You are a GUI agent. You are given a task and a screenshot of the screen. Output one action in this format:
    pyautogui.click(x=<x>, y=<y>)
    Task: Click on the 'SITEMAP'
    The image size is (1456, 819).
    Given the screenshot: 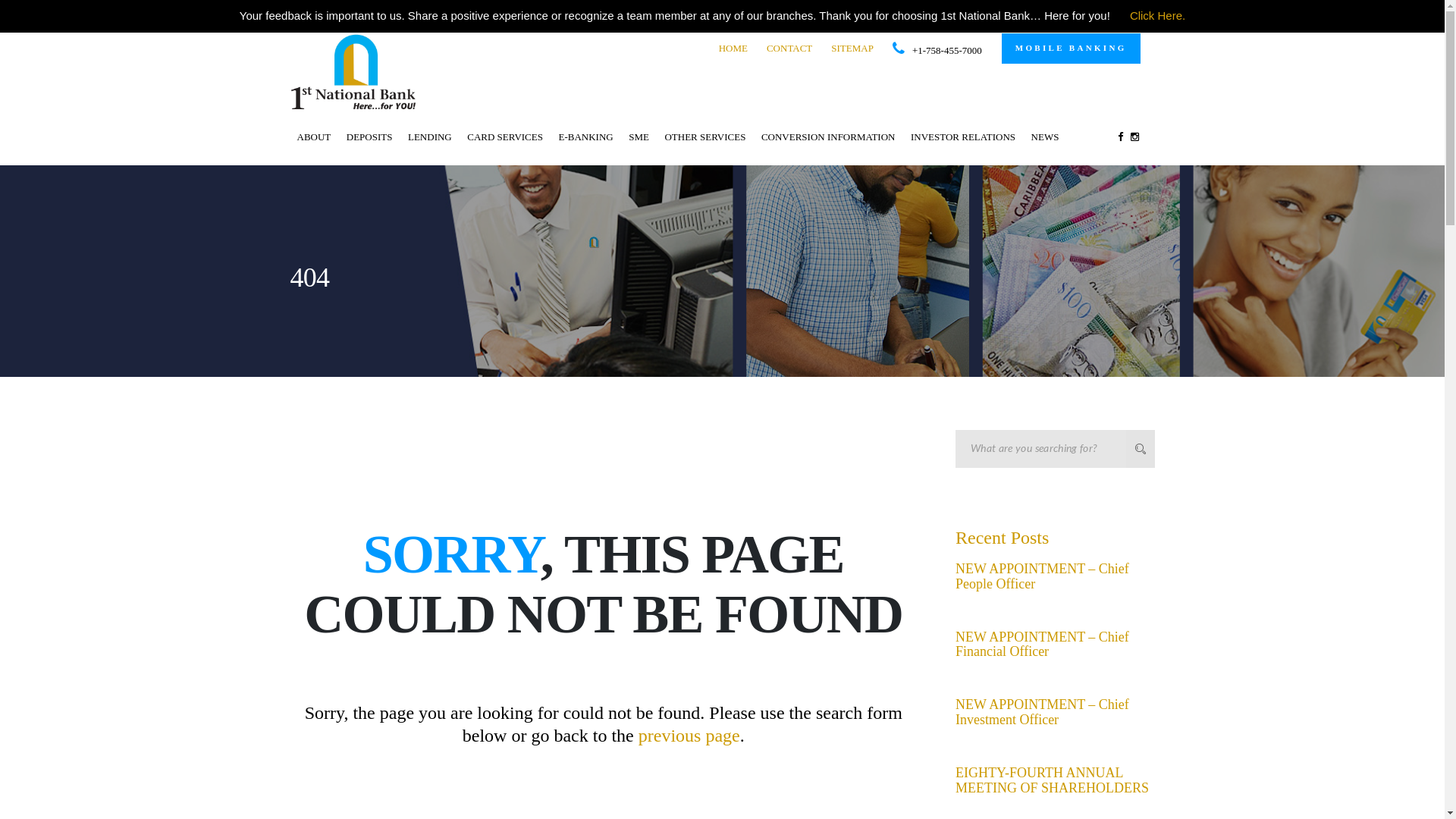 What is the action you would take?
    pyautogui.click(x=852, y=47)
    